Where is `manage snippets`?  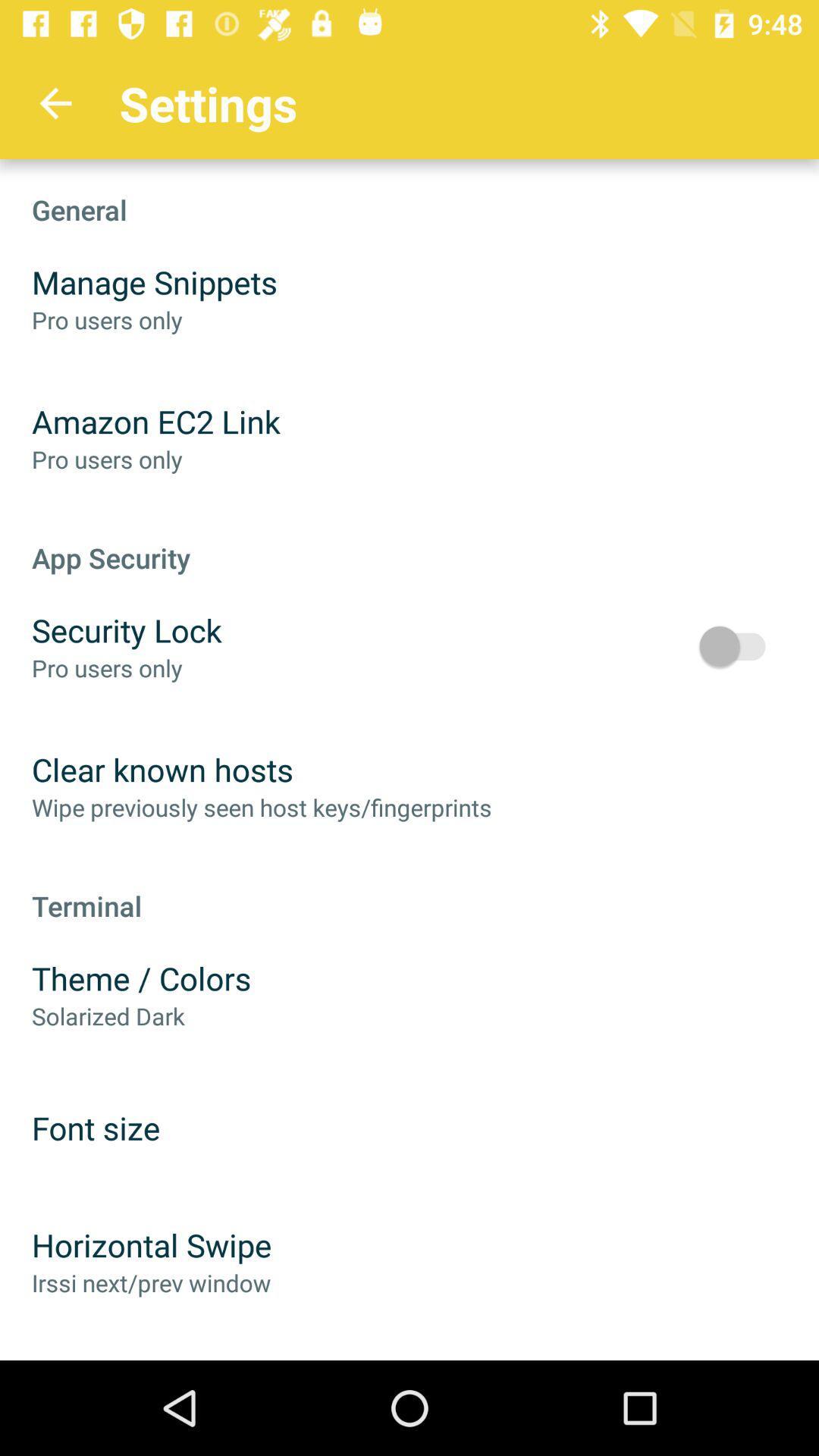
manage snippets is located at coordinates (155, 282).